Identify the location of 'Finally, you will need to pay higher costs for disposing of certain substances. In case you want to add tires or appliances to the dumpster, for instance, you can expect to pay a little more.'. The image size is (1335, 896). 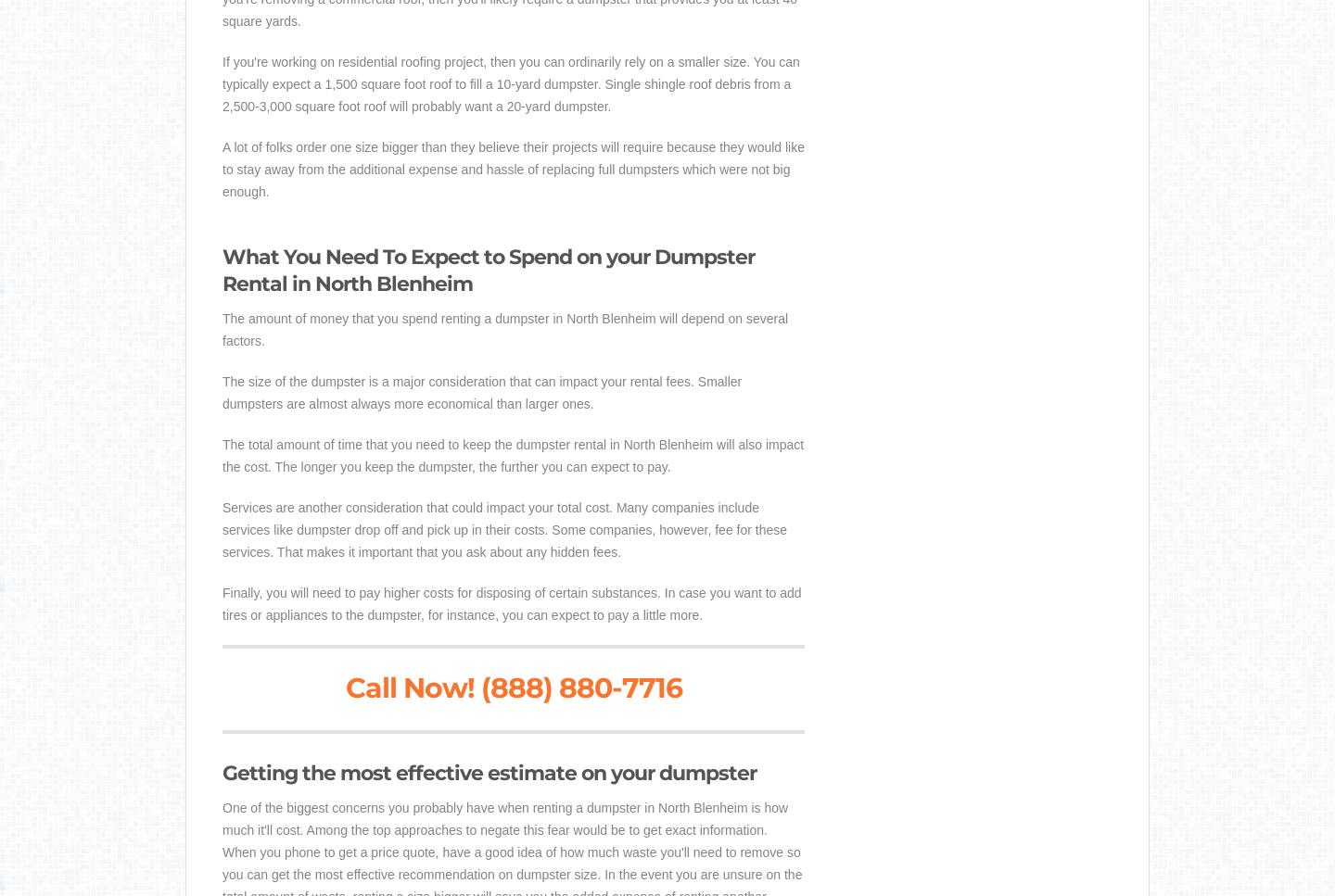
(222, 603).